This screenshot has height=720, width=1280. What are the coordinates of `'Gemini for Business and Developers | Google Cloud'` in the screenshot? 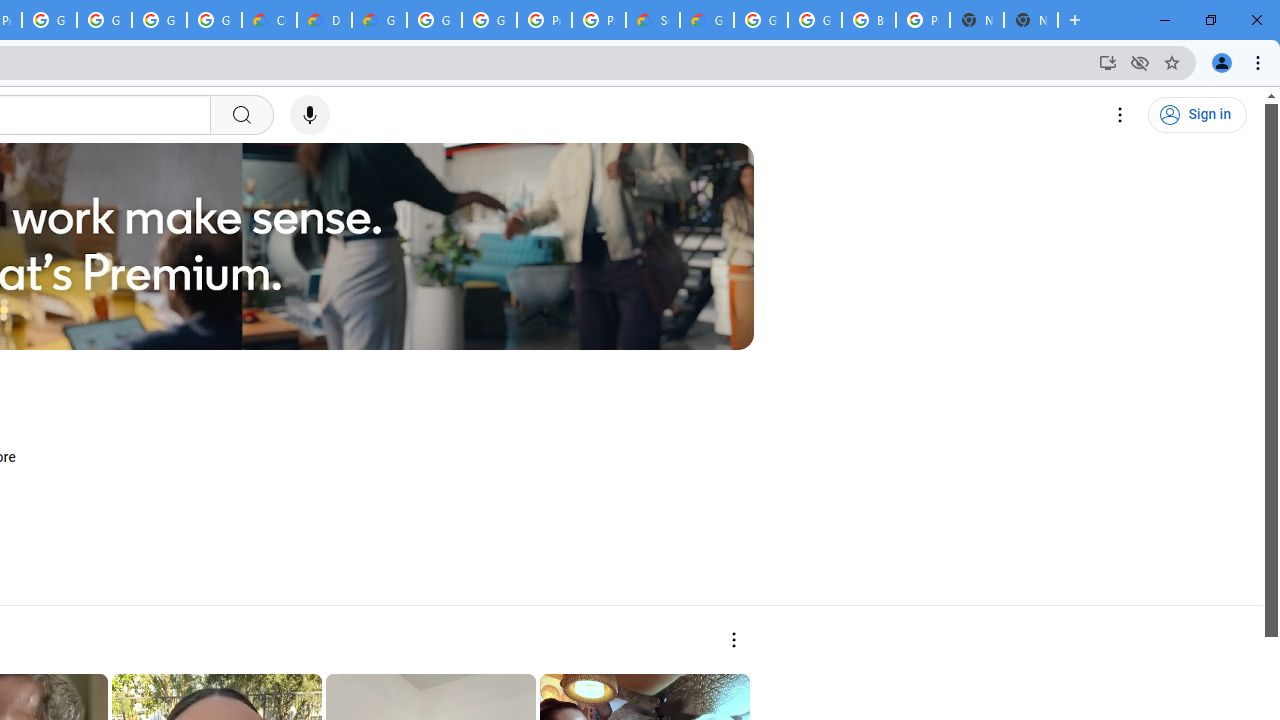 It's located at (379, 20).